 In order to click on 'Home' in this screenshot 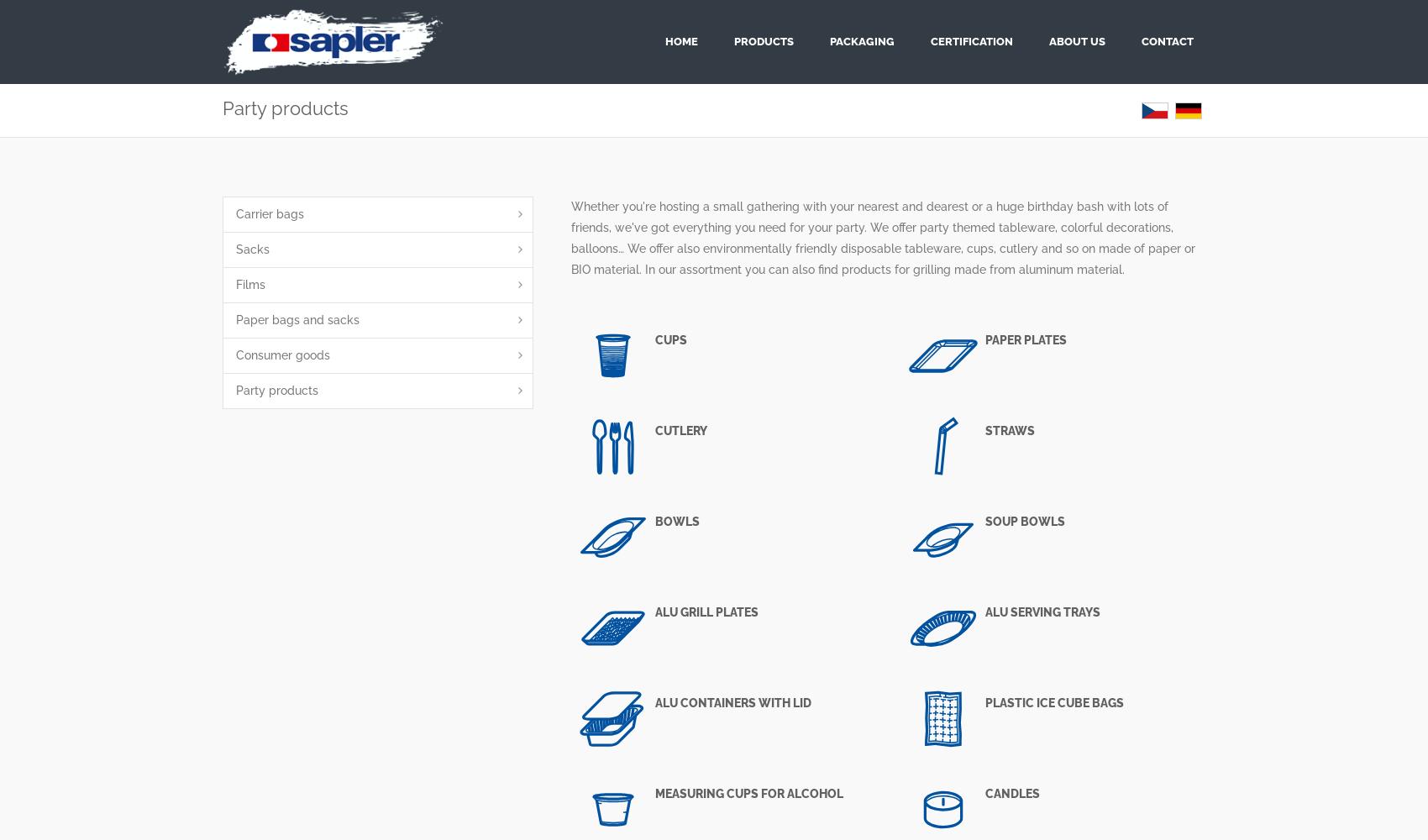, I will do `click(680, 41)`.